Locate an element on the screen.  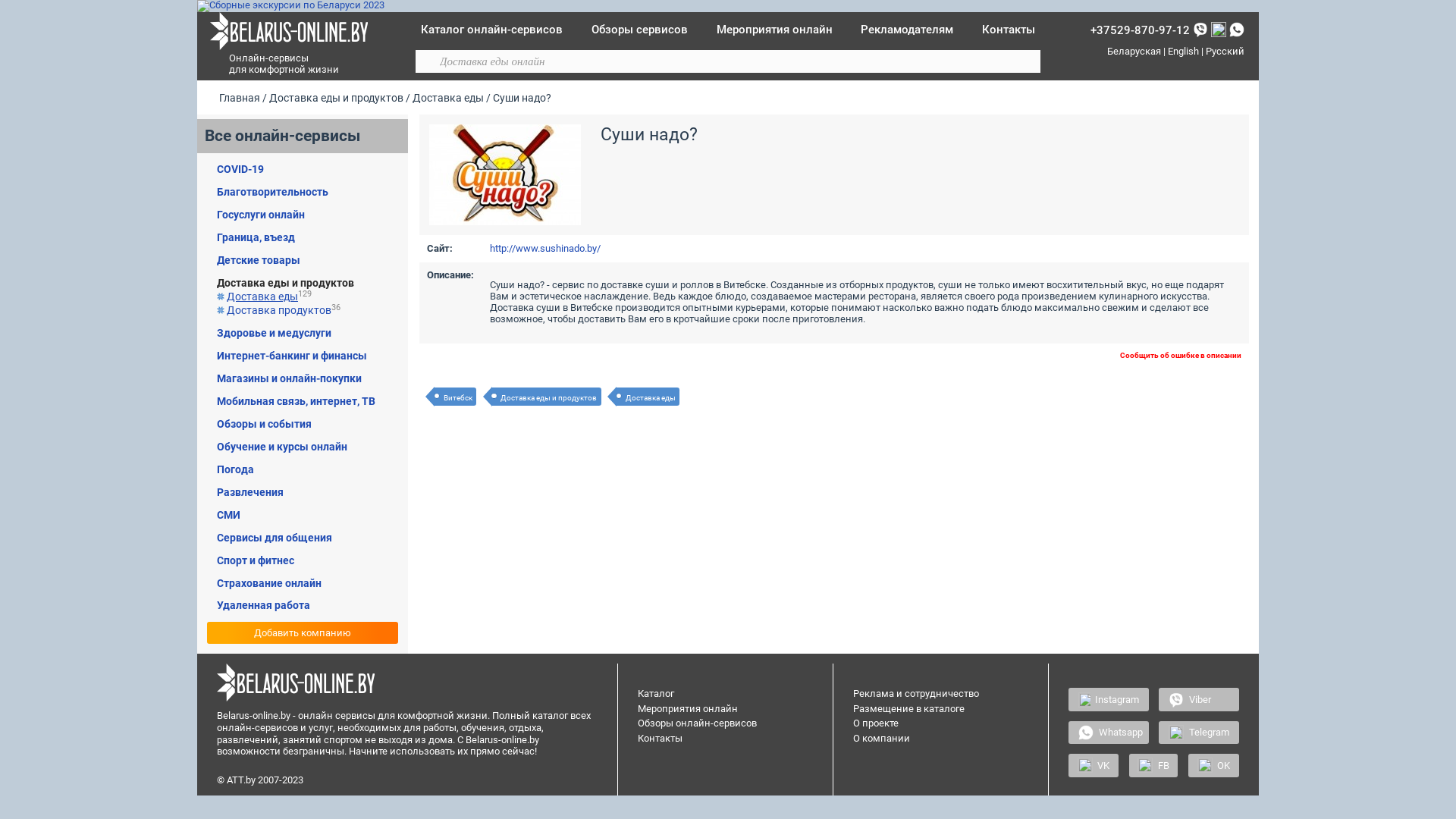
'English' is located at coordinates (1167, 50).